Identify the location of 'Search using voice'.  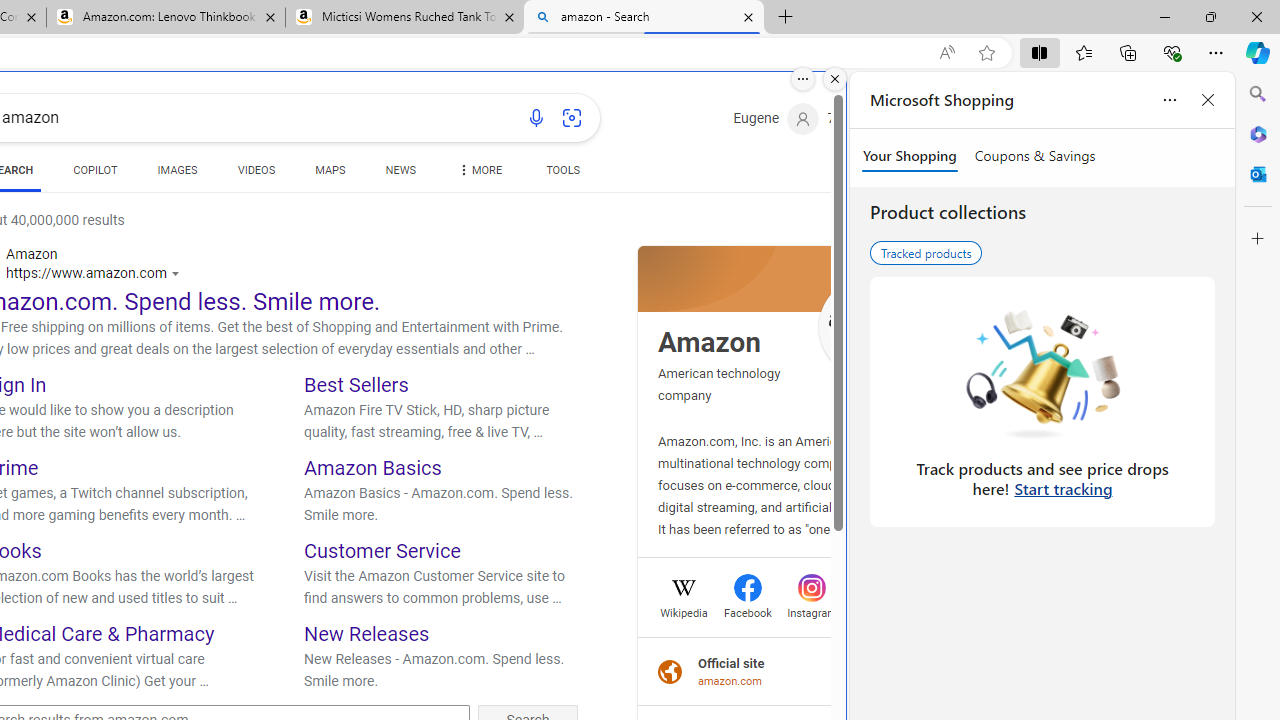
(536, 118).